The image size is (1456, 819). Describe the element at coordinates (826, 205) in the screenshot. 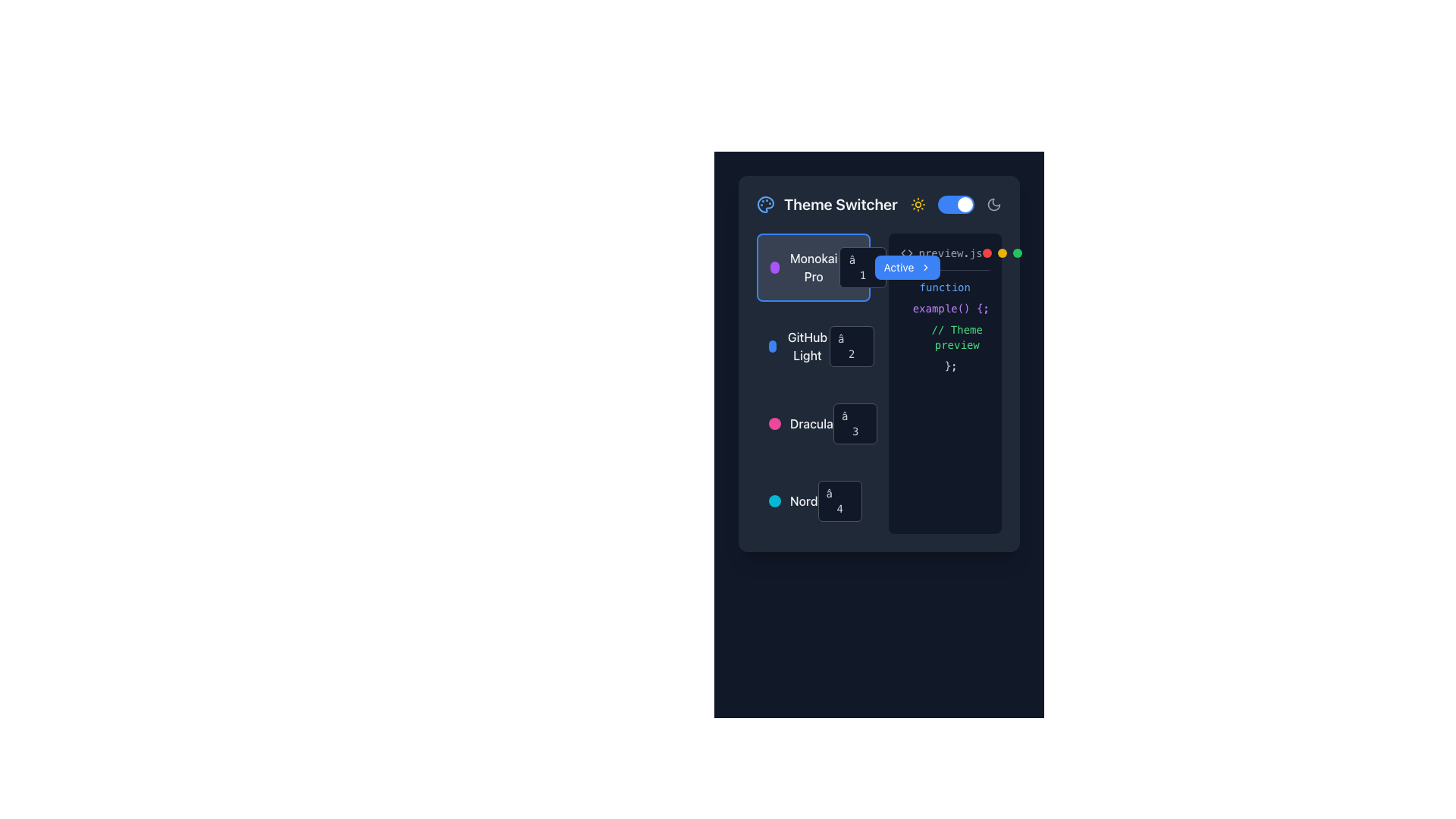

I see `the Label with an Icon that serves as a header for the Theme Switcher section, located at the top-left of the Theme Switcher interface` at that location.